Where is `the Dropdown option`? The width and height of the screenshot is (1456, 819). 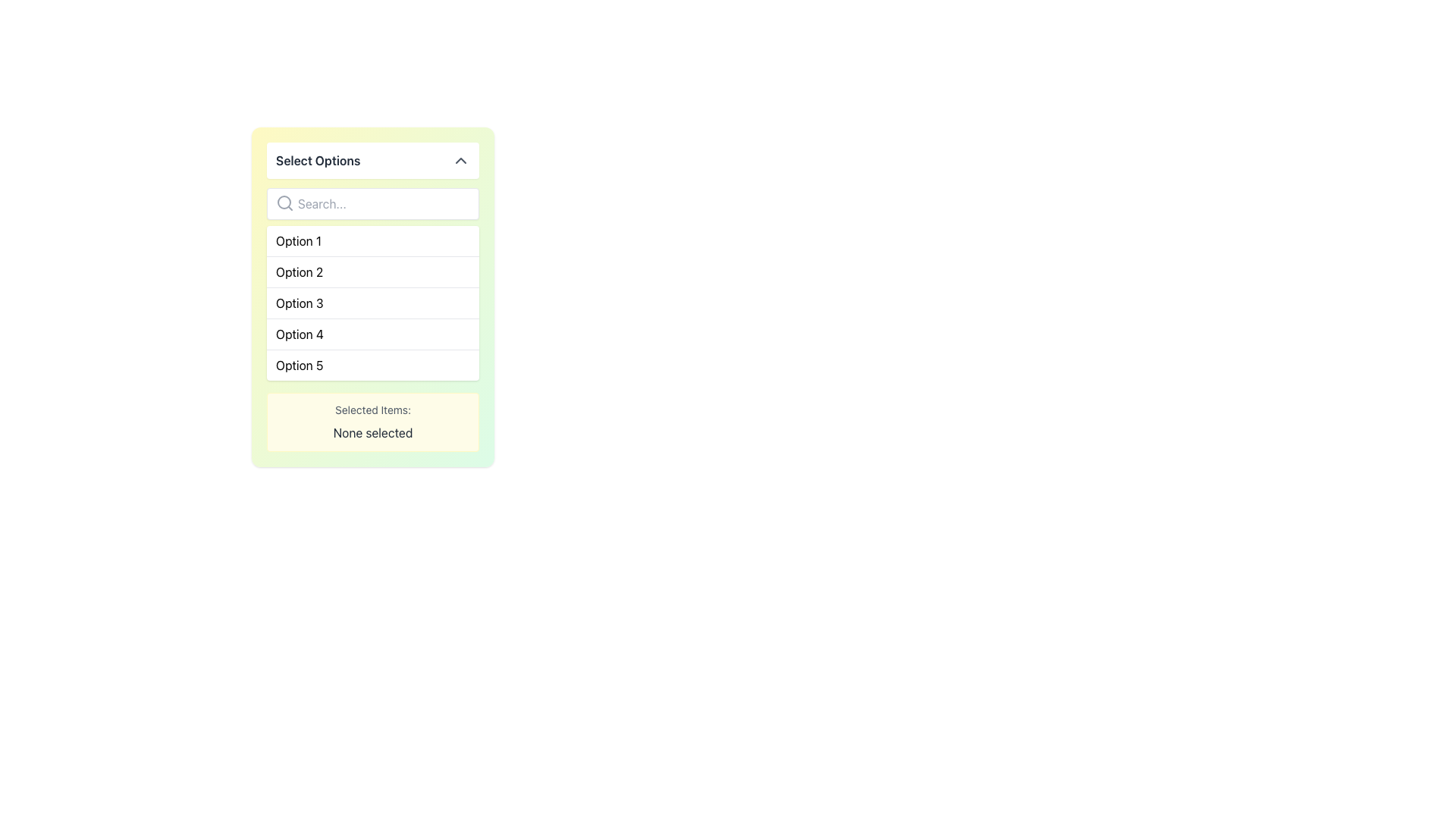
the Dropdown option is located at coordinates (372, 297).